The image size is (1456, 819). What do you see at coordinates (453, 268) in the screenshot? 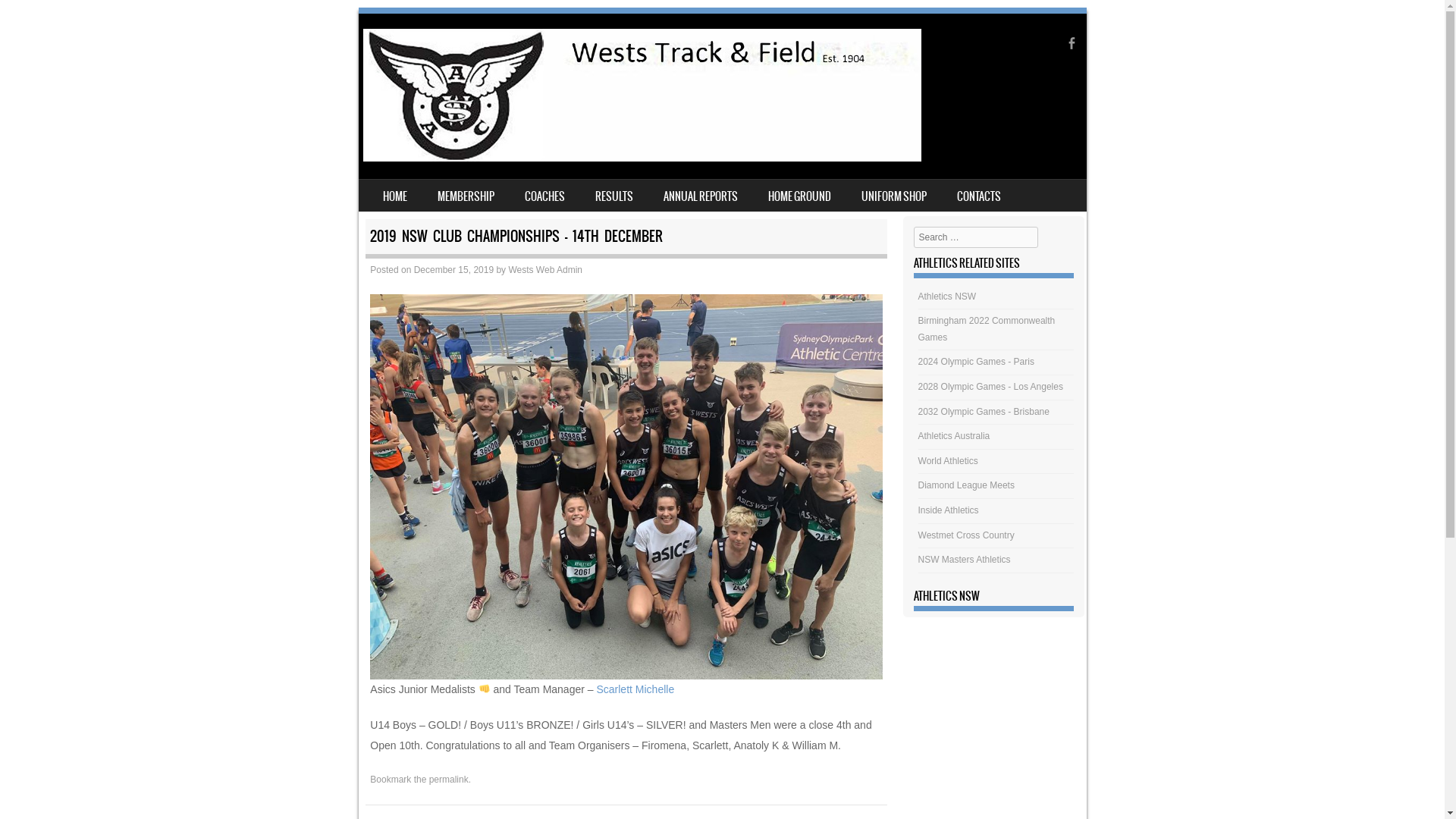
I see `'December 15, 2019'` at bounding box center [453, 268].